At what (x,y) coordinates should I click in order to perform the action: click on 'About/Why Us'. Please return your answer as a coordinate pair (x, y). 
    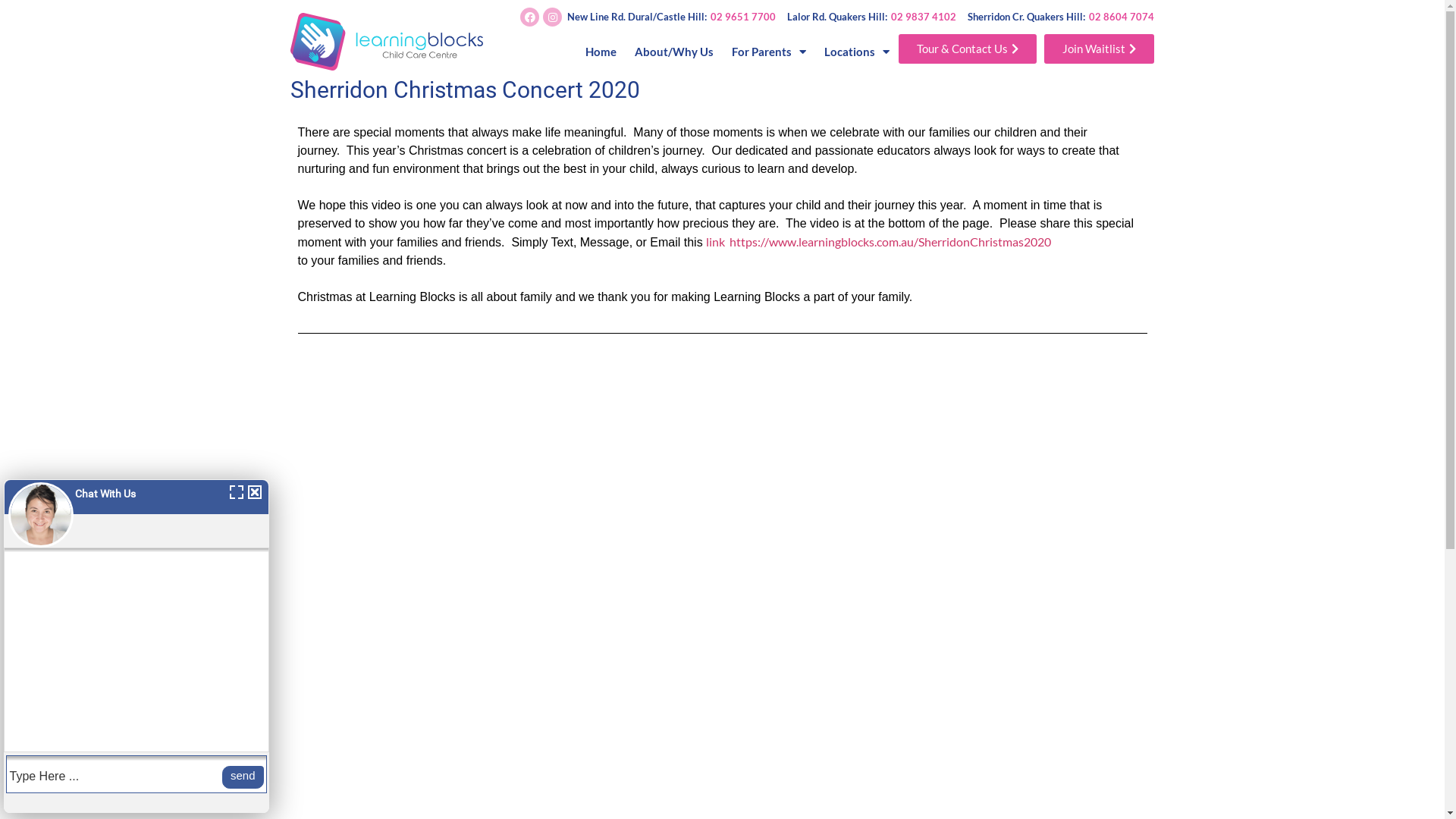
    Looking at the image, I should click on (673, 51).